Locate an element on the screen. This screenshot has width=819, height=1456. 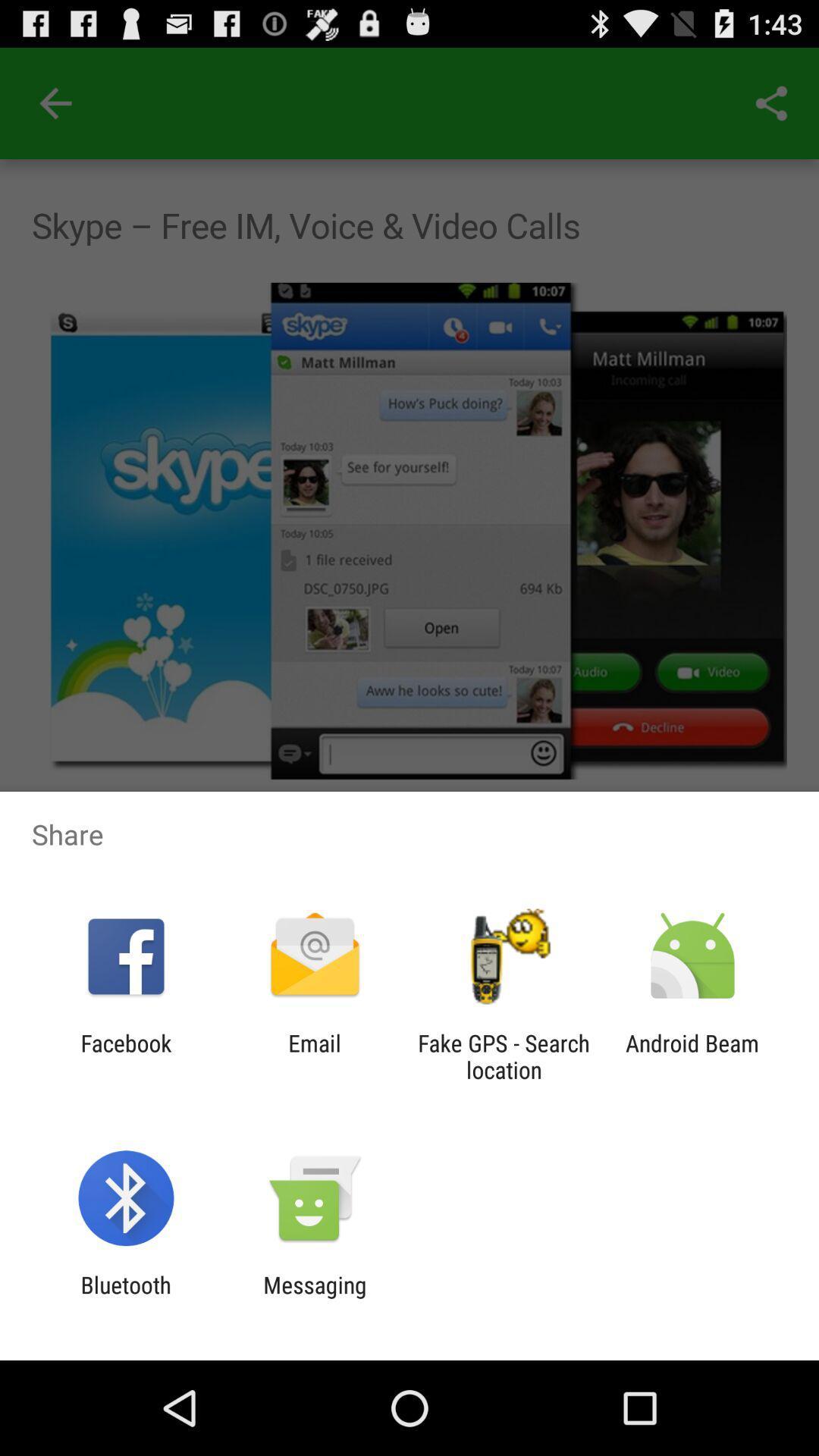
item to the left of messaging app is located at coordinates (125, 1298).